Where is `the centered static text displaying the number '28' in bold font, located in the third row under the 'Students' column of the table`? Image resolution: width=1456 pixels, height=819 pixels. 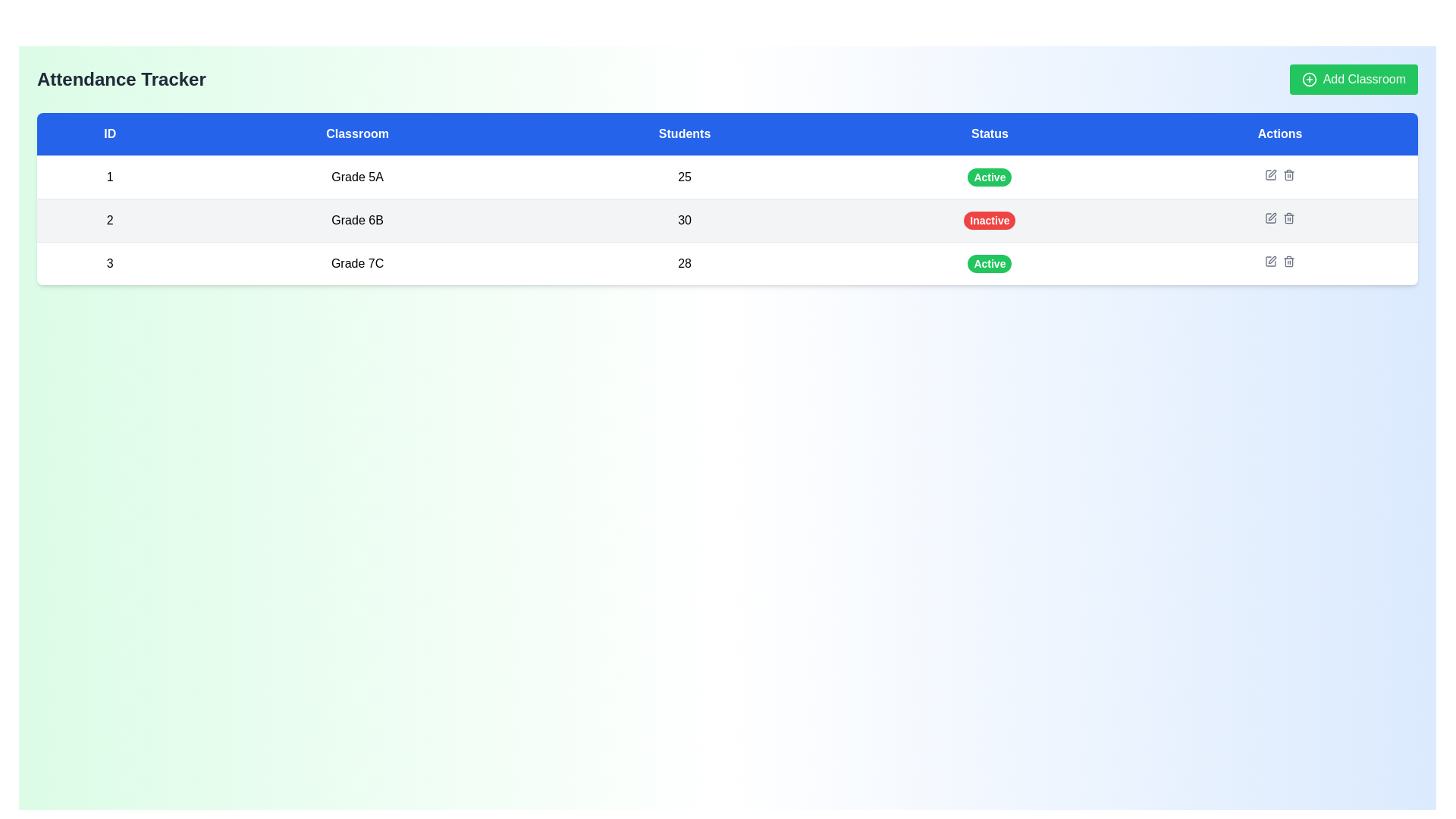
the centered static text displaying the number '28' in bold font, located in the third row under the 'Students' column of the table is located at coordinates (684, 262).